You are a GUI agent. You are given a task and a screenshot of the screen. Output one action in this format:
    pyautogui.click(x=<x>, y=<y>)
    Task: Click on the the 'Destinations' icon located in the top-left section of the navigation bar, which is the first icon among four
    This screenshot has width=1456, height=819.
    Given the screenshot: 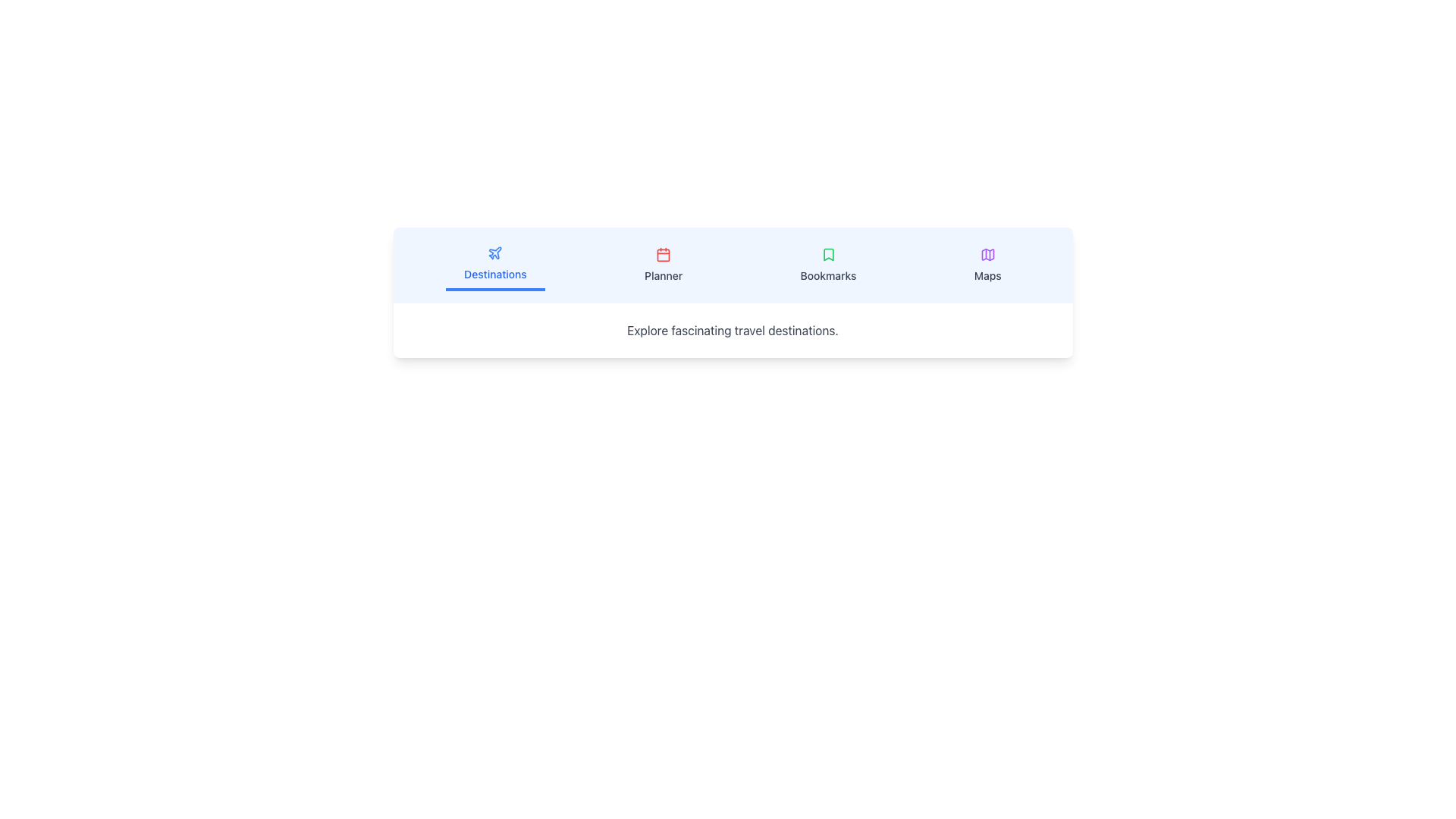 What is the action you would take?
    pyautogui.click(x=495, y=252)
    